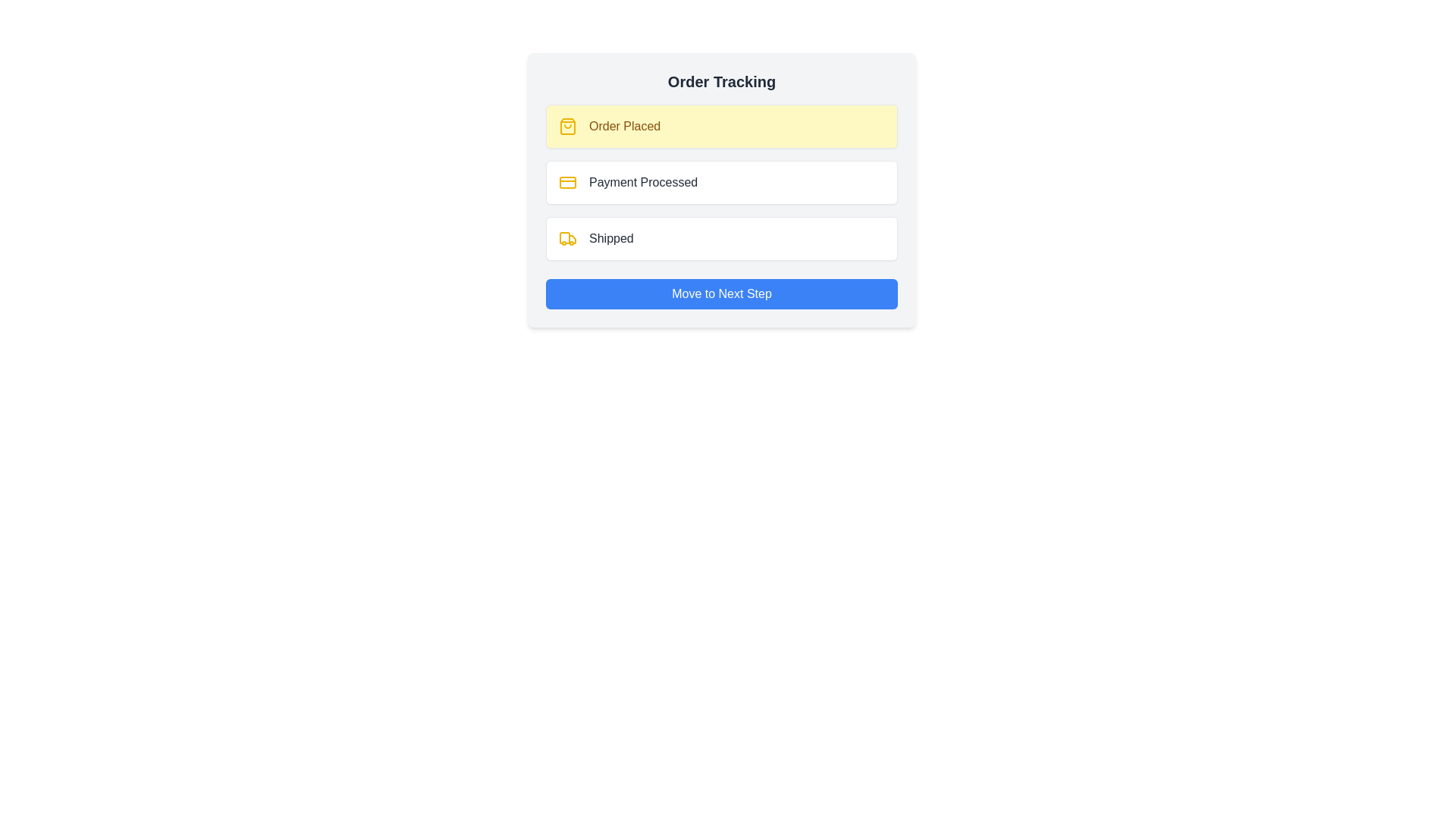  What do you see at coordinates (720, 294) in the screenshot?
I see `the blue button located at the bottom of the 'Order Tracking' card to advance the current task or process` at bounding box center [720, 294].